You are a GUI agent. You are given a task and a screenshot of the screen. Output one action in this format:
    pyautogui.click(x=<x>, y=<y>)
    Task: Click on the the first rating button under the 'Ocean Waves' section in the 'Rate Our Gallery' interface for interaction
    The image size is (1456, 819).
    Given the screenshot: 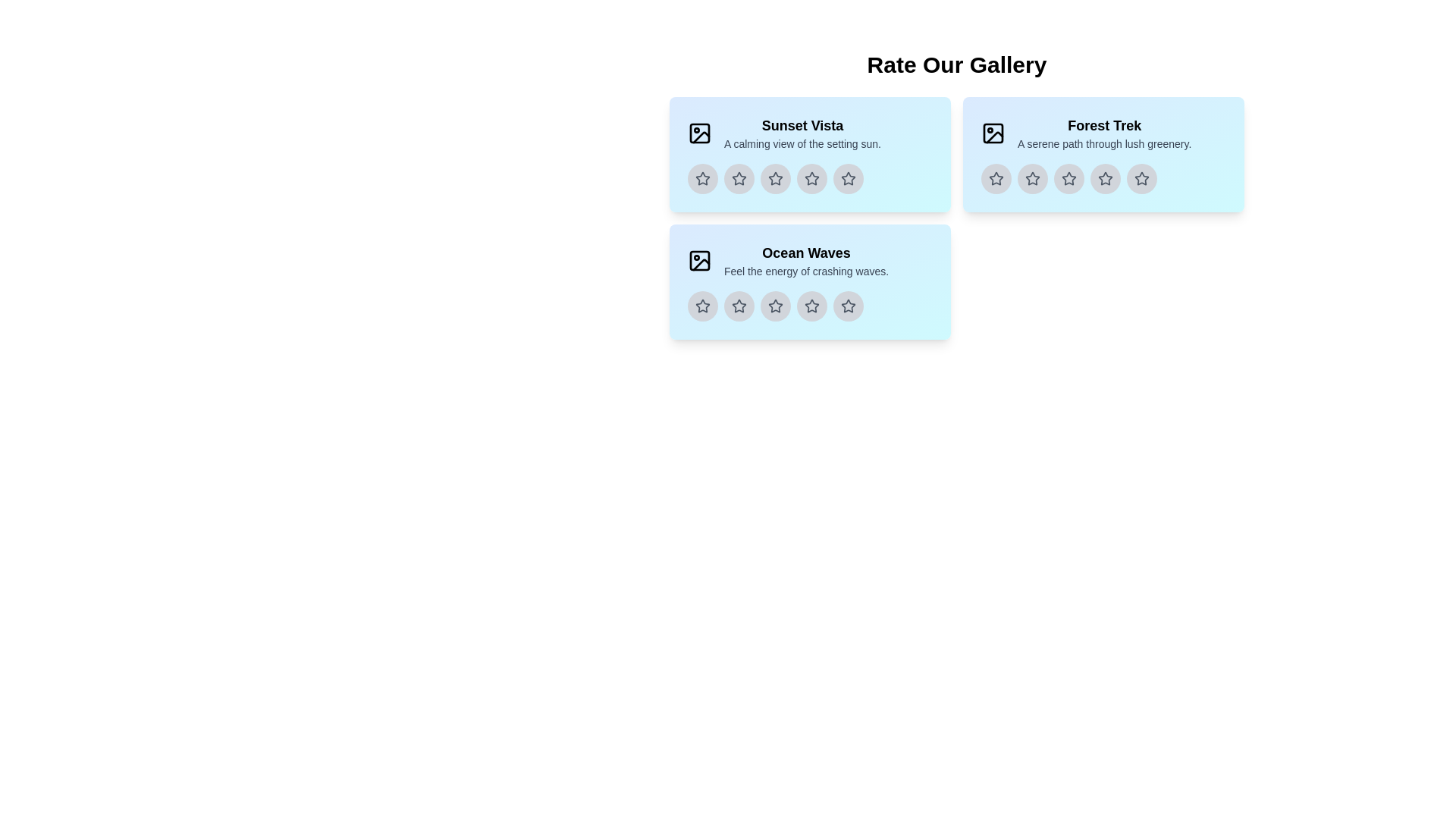 What is the action you would take?
    pyautogui.click(x=701, y=306)
    